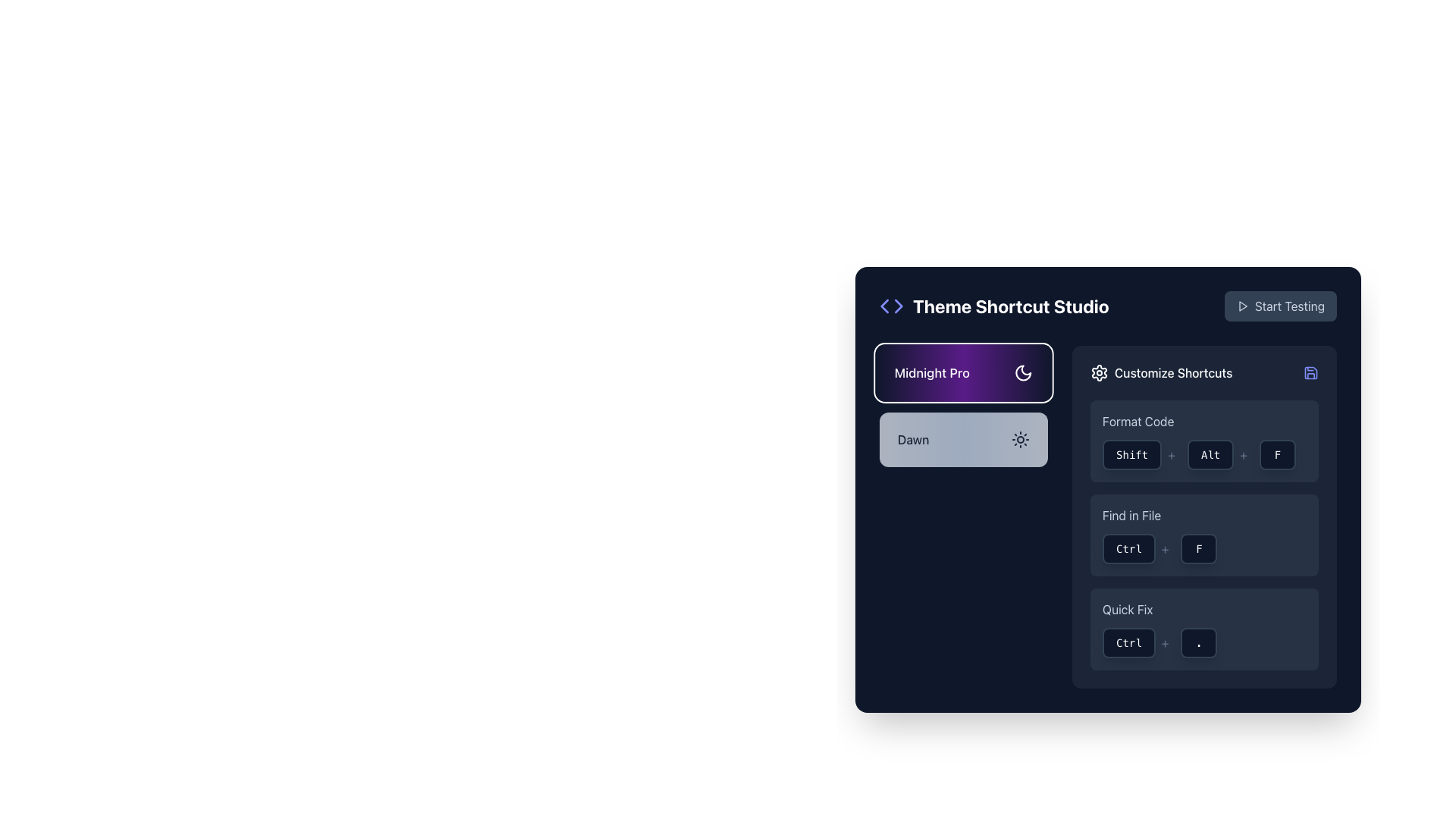  I want to click on the branding icon located at the top-left corner of the 'Theme Shortcut Studio' interface, so click(892, 306).